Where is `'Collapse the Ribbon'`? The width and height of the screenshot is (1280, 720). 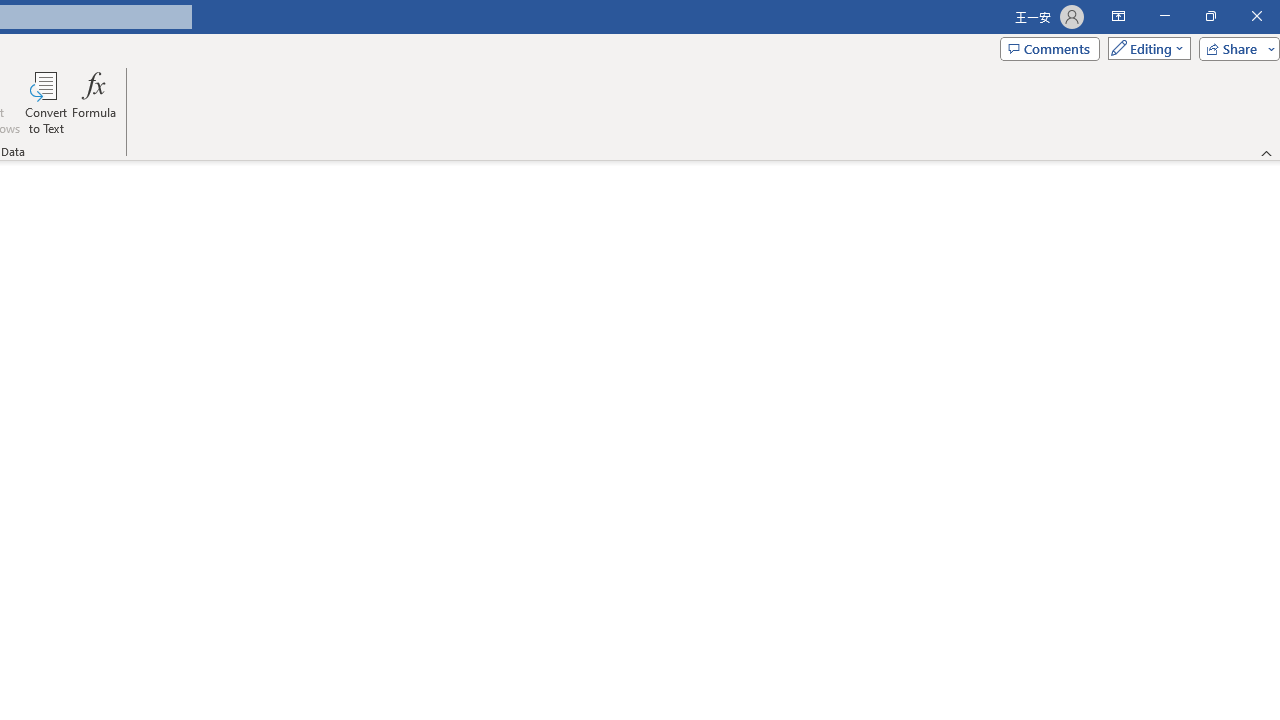
'Collapse the Ribbon' is located at coordinates (1266, 152).